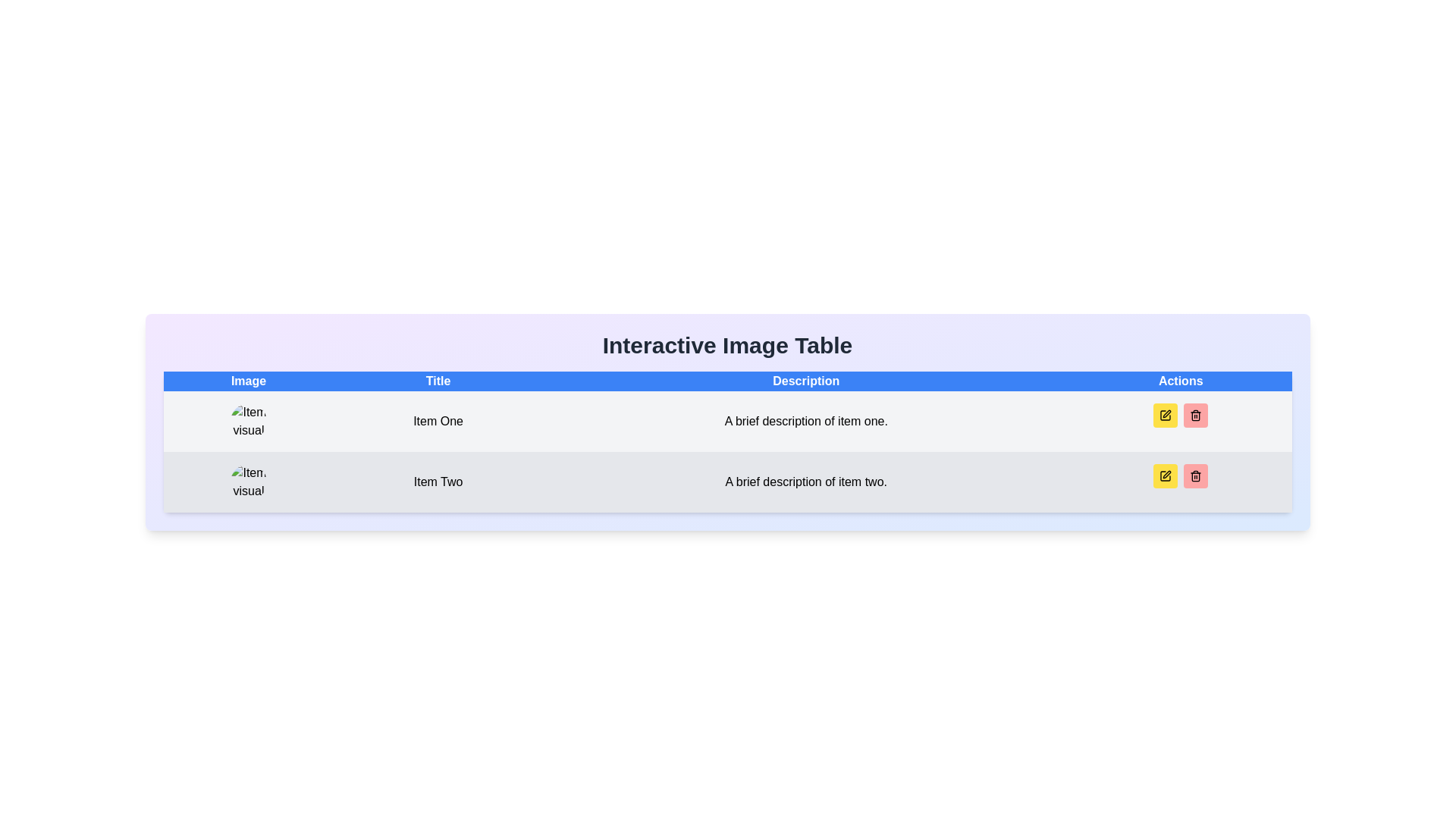 This screenshot has width=1456, height=819. What do you see at coordinates (1195, 475) in the screenshot?
I see `the red trash bin icon located in the 'Actions' column of the second row of the table` at bounding box center [1195, 475].